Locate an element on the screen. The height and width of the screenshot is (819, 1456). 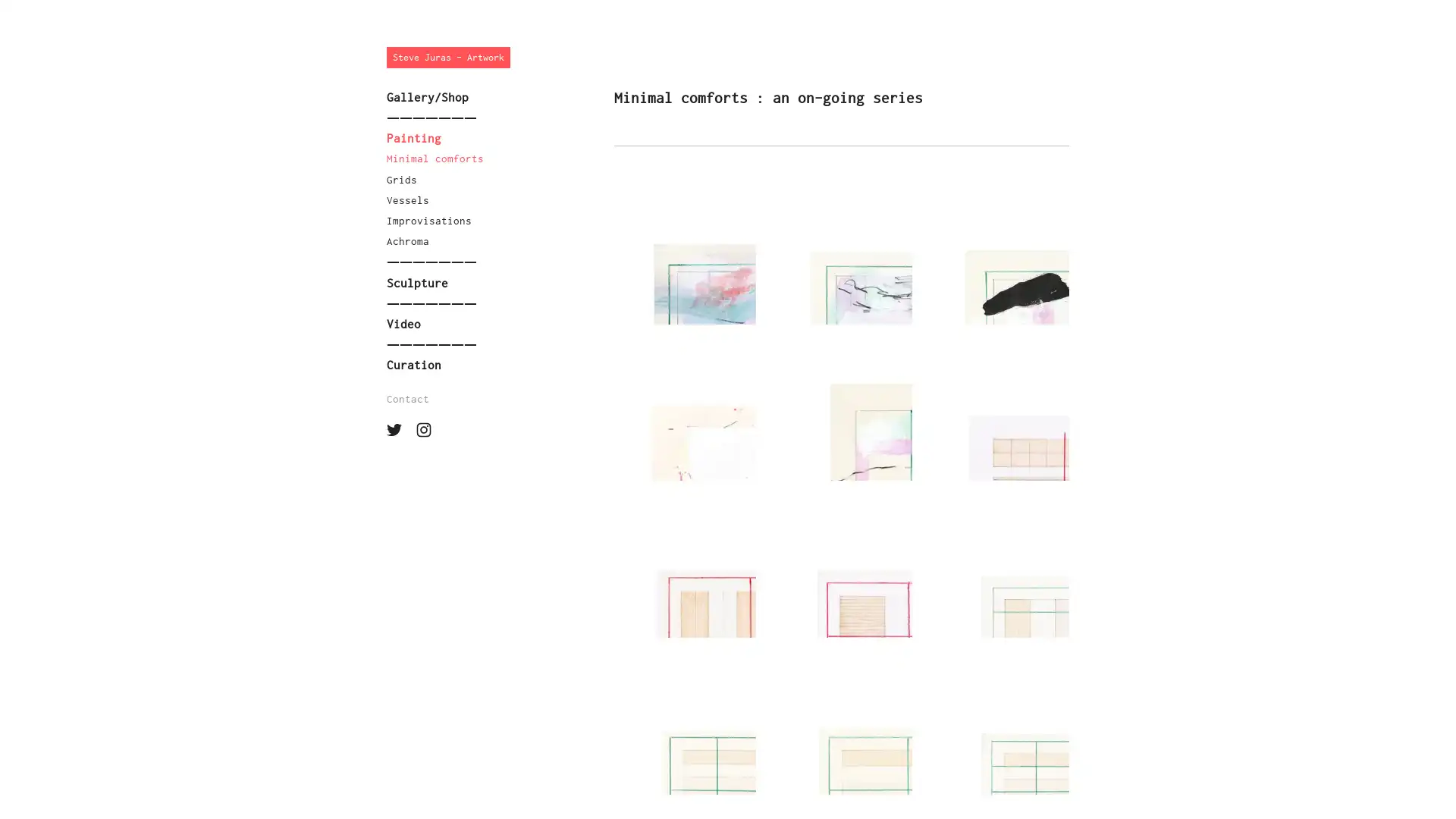
View fullsize Gut Feeling (02) is located at coordinates (683, 265).